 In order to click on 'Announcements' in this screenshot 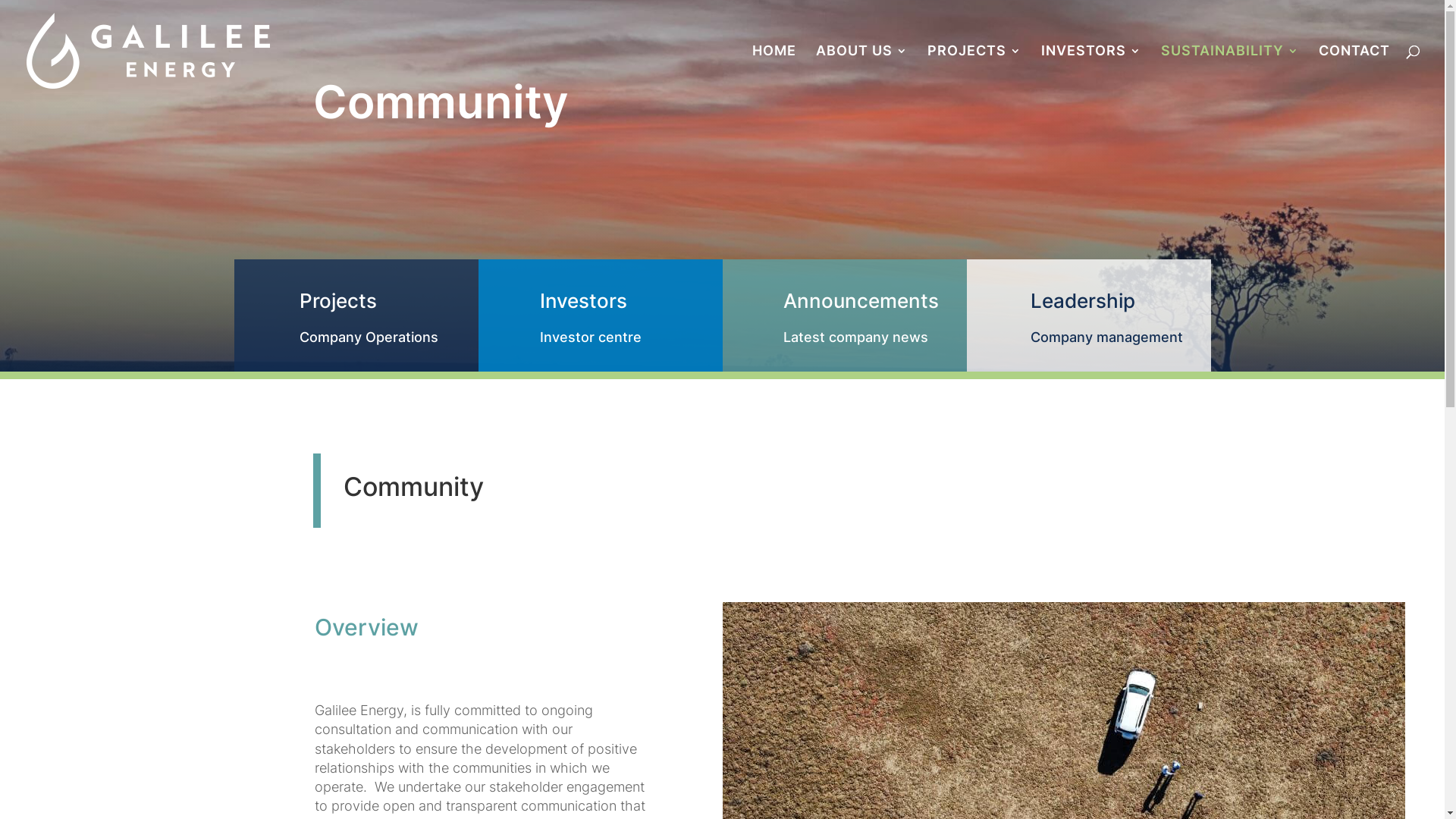, I will do `click(860, 300)`.